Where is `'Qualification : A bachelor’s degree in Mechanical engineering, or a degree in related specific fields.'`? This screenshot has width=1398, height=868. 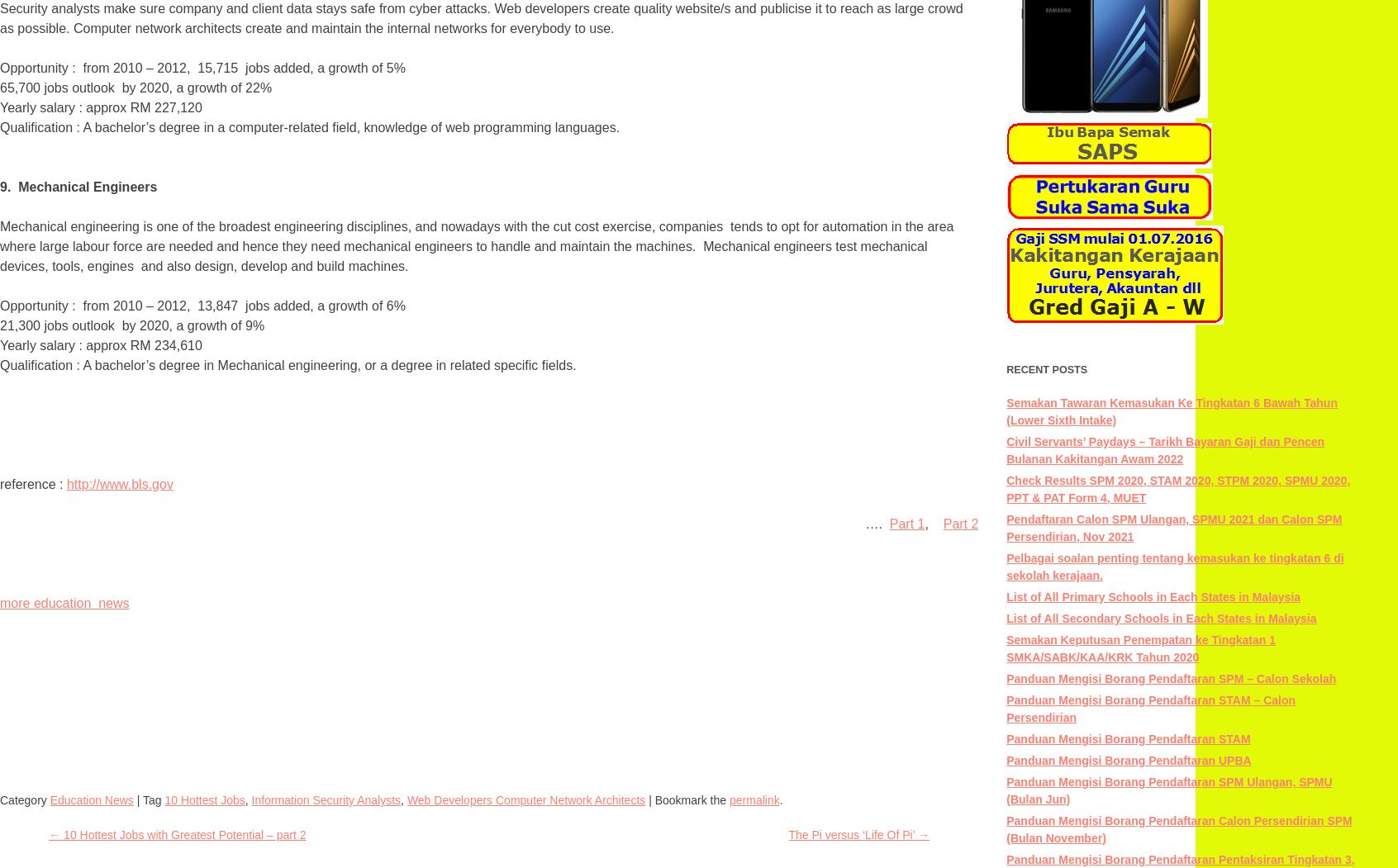
'Qualification : A bachelor’s degree in Mechanical engineering, or a degree in related specific fields.' is located at coordinates (287, 365).